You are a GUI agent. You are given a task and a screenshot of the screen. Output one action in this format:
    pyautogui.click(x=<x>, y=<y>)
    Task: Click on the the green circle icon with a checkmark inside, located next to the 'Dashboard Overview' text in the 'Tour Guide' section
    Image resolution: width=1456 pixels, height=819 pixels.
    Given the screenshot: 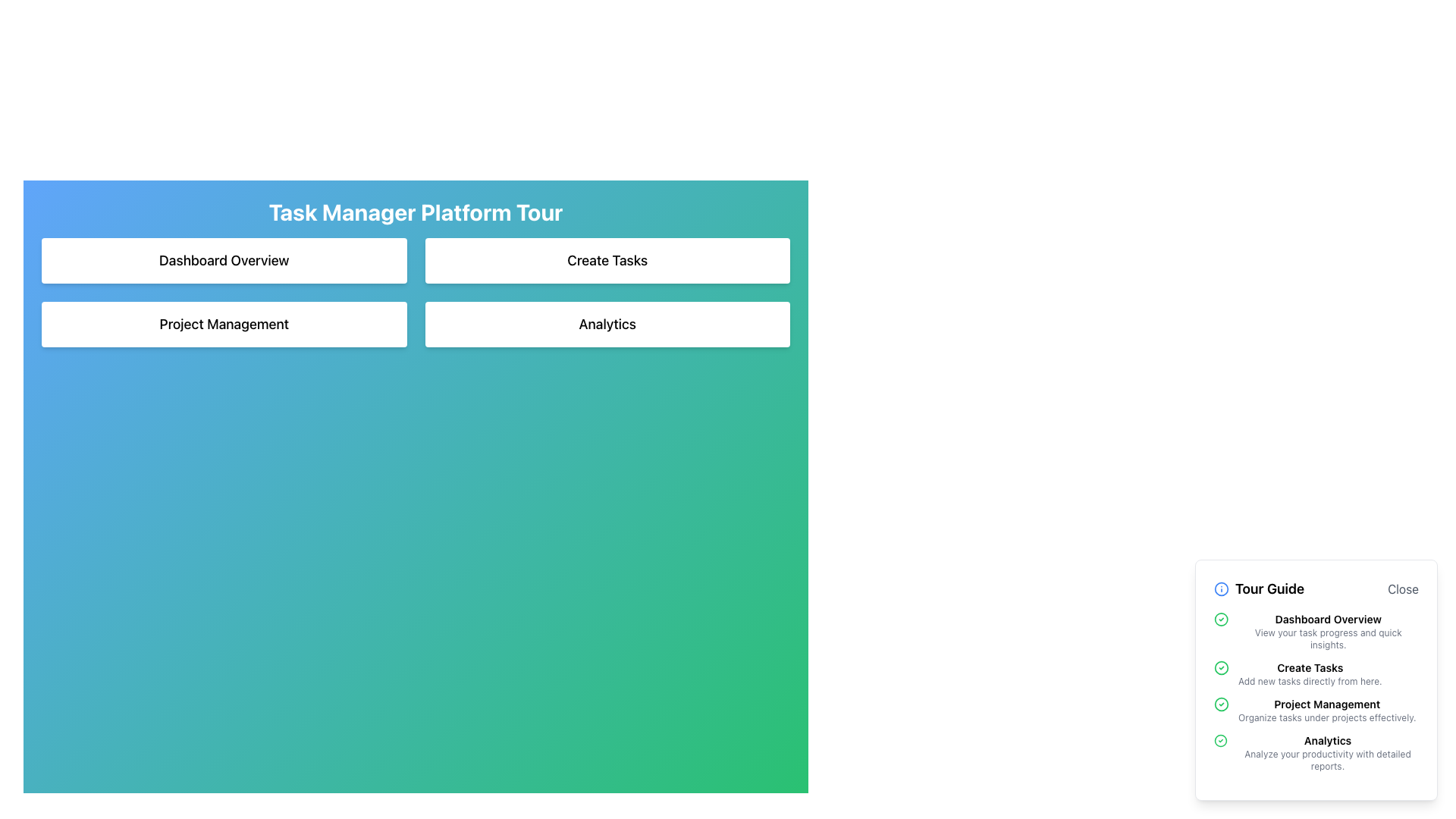 What is the action you would take?
    pyautogui.click(x=1221, y=620)
    